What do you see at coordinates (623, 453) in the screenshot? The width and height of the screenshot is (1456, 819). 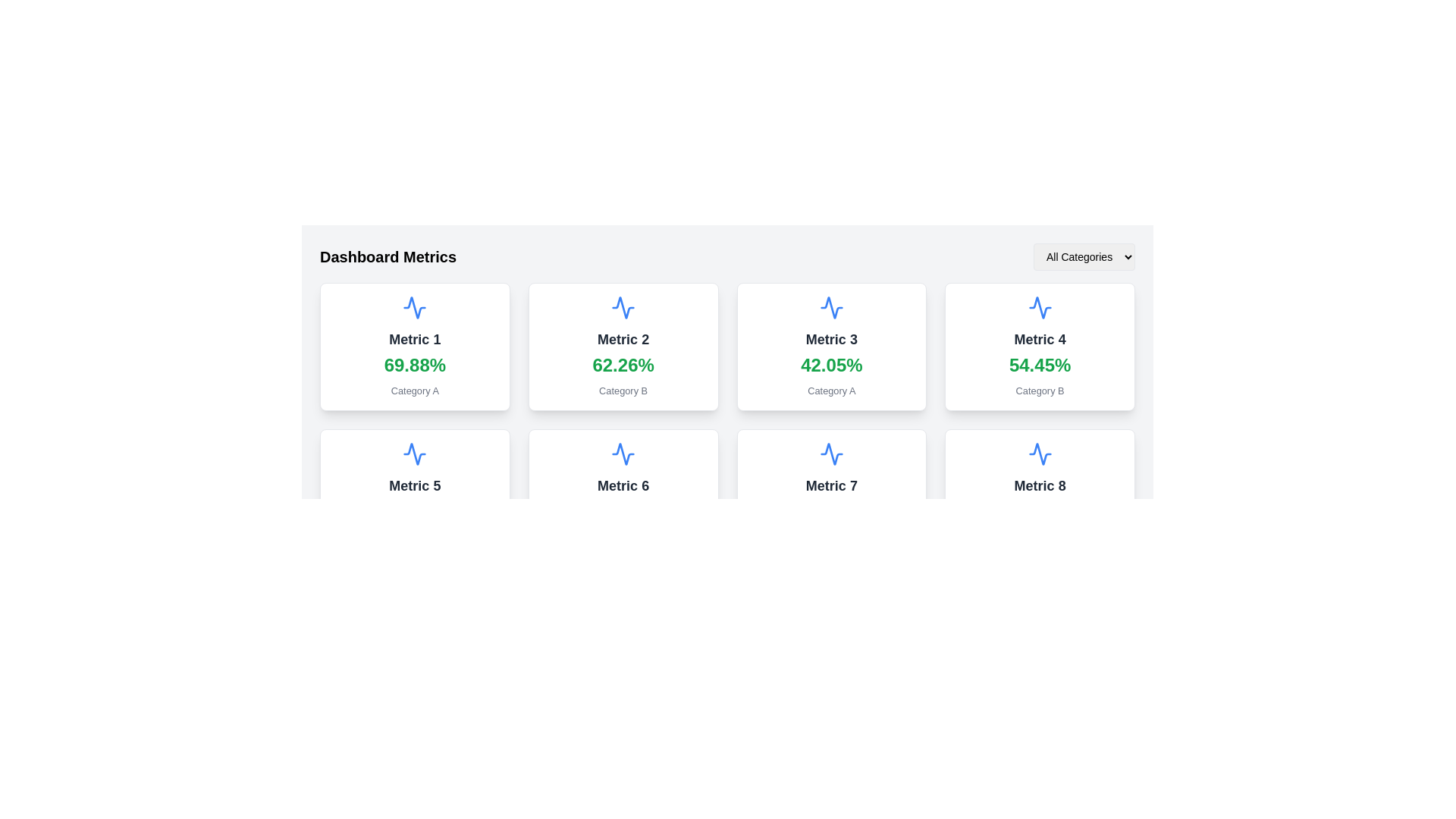 I see `the Icon (SVG) that visually represents data related to the 'Metric 6' card, which is located in the second row and second column of the grid layout, above the label text` at bounding box center [623, 453].